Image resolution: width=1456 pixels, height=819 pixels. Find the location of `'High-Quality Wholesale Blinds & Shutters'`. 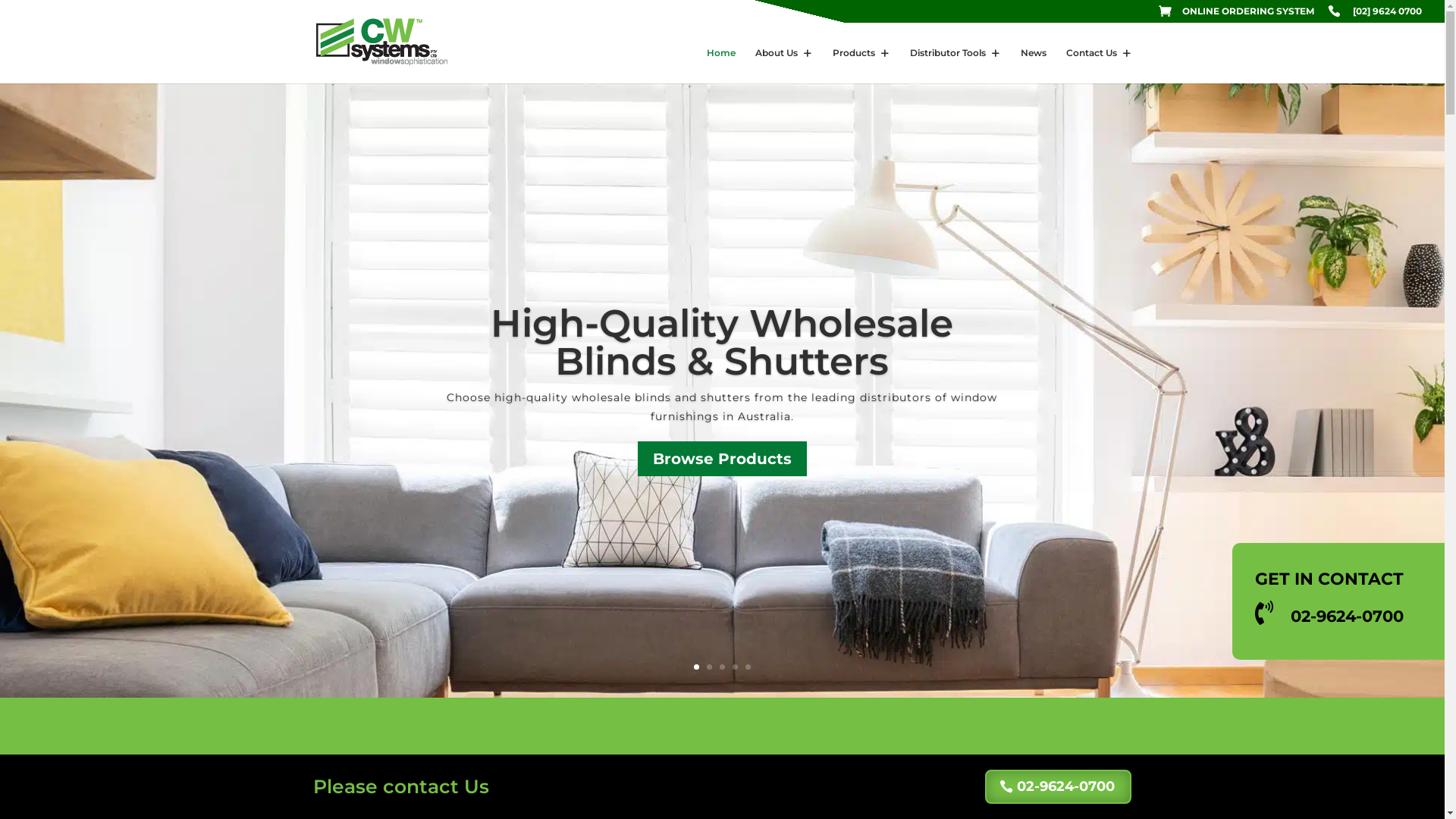

'High-Quality Wholesale Blinds & Shutters' is located at coordinates (720, 342).